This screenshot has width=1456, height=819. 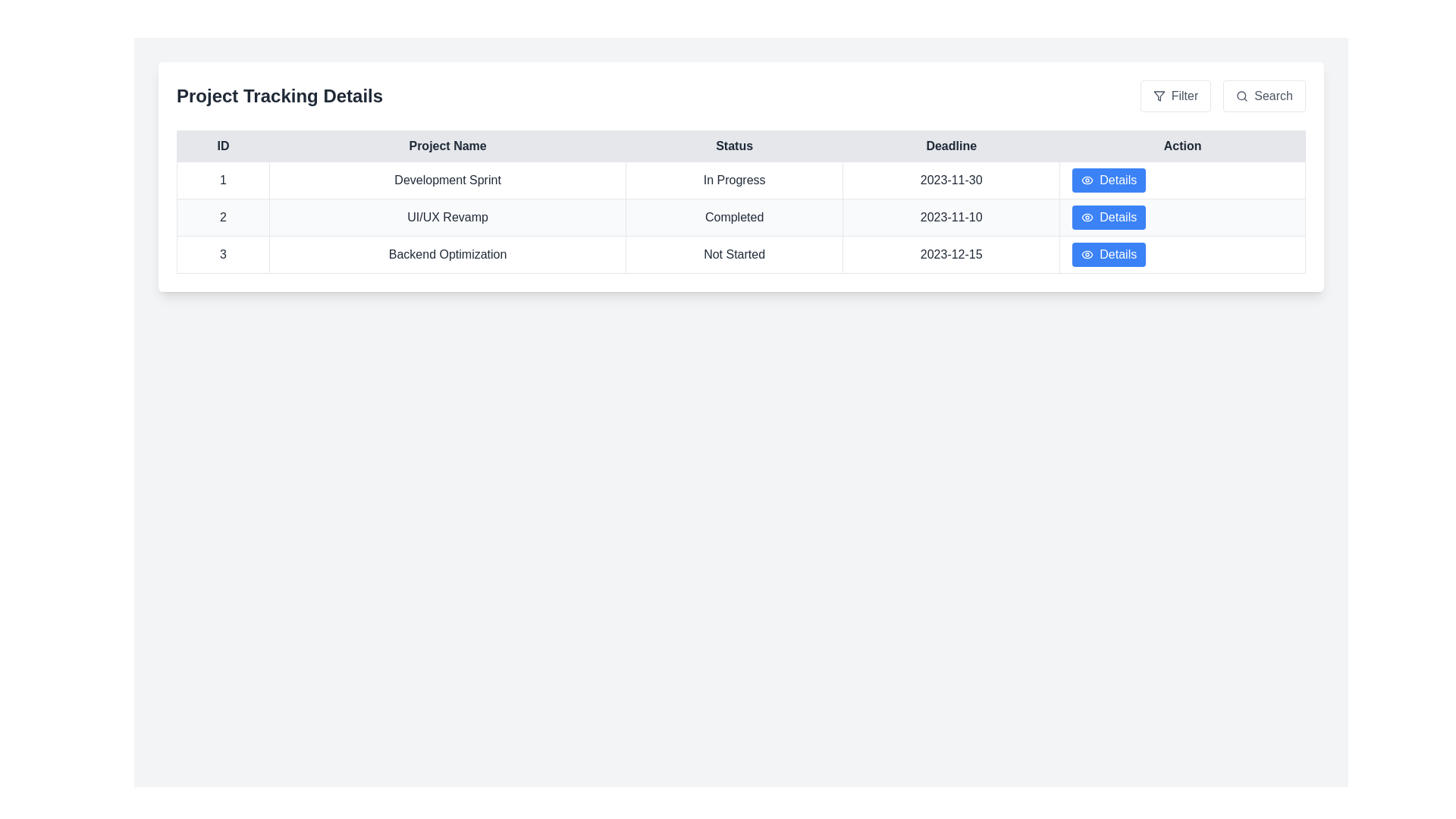 I want to click on the second button, so click(x=1263, y=96).